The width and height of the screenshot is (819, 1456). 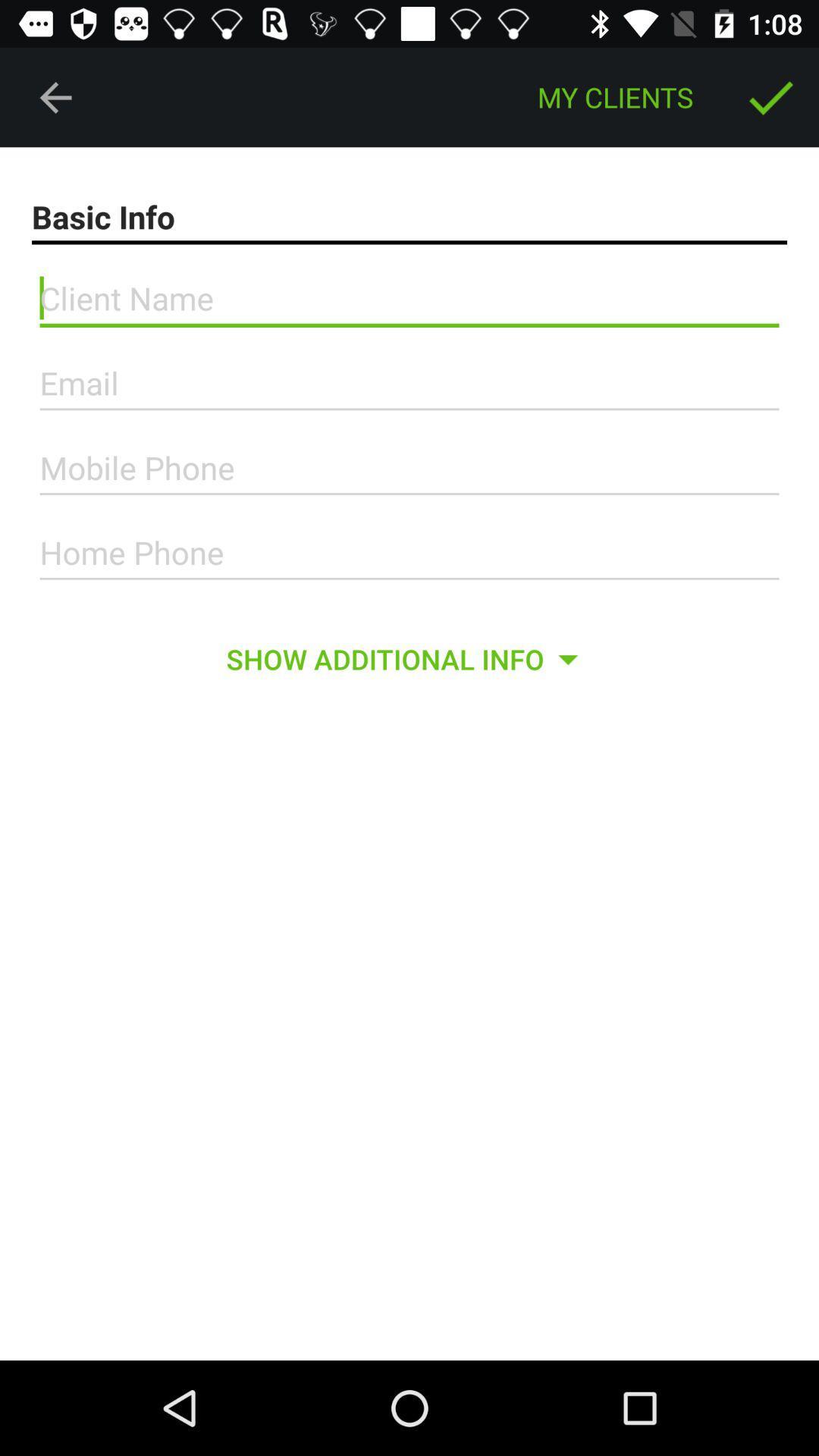 What do you see at coordinates (409, 552) in the screenshot?
I see `contact number` at bounding box center [409, 552].